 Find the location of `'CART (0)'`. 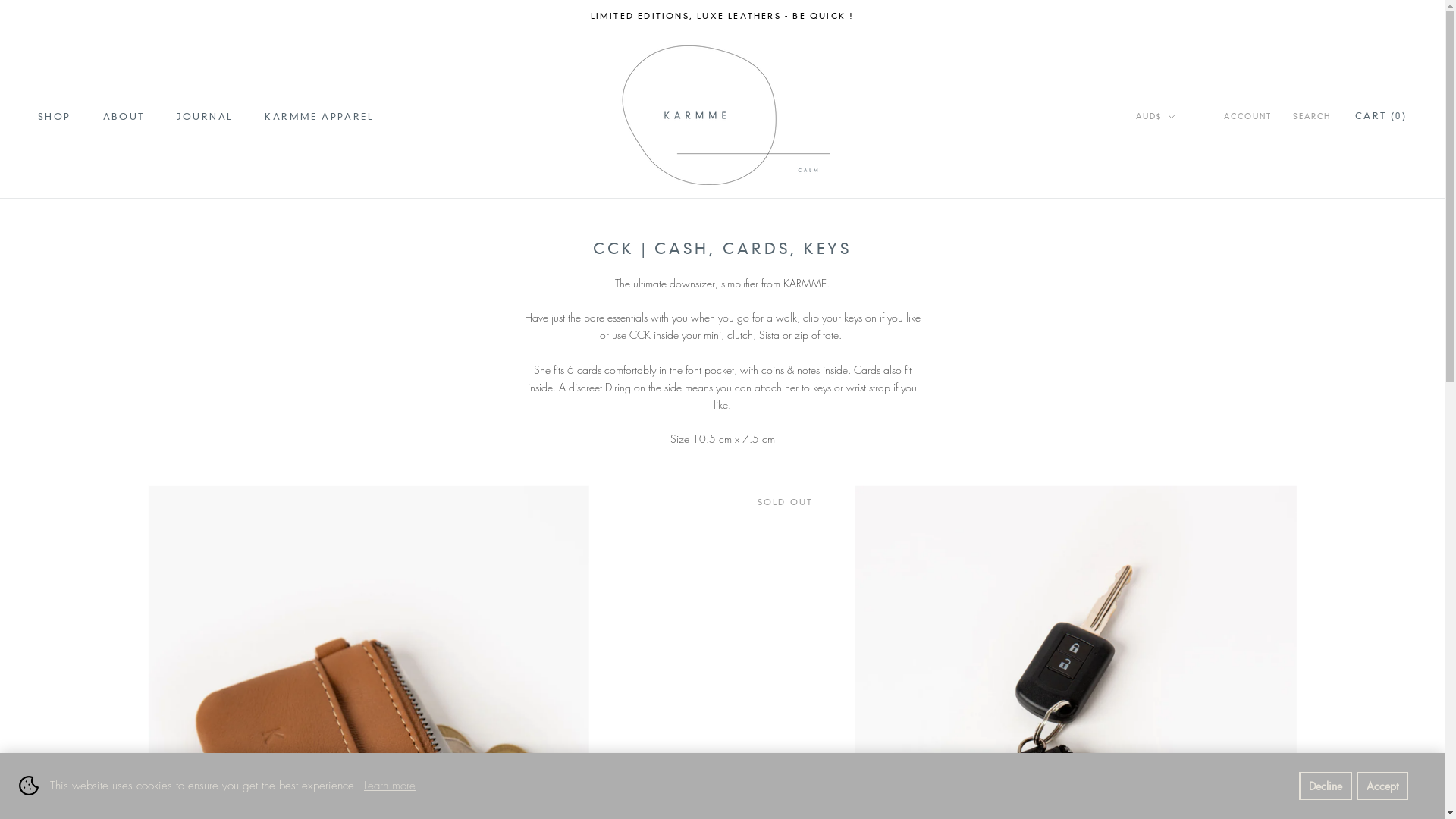

'CART (0)' is located at coordinates (1380, 115).